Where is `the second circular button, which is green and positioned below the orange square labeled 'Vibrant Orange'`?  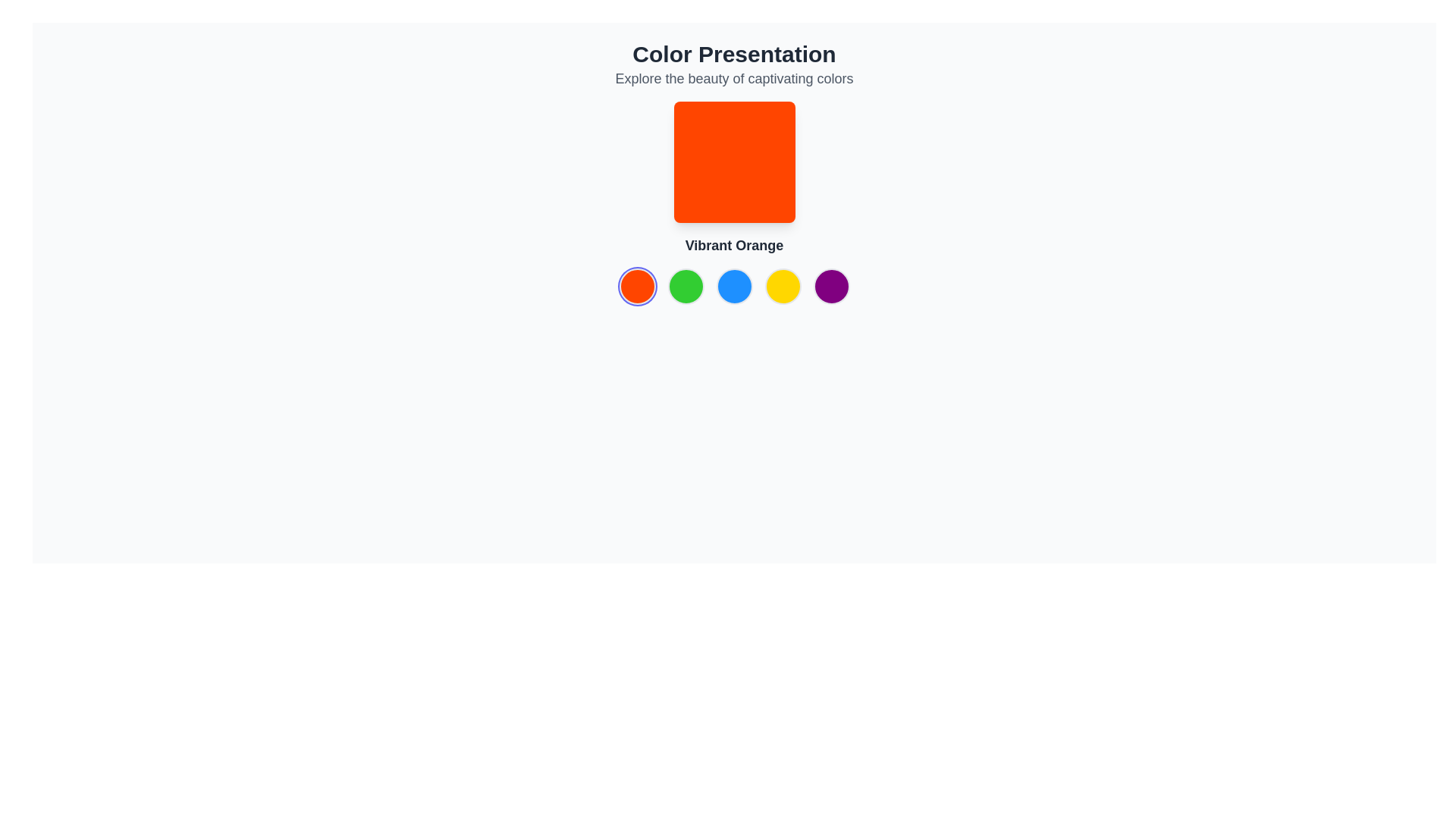
the second circular button, which is green and positioned below the orange square labeled 'Vibrant Orange' is located at coordinates (685, 287).